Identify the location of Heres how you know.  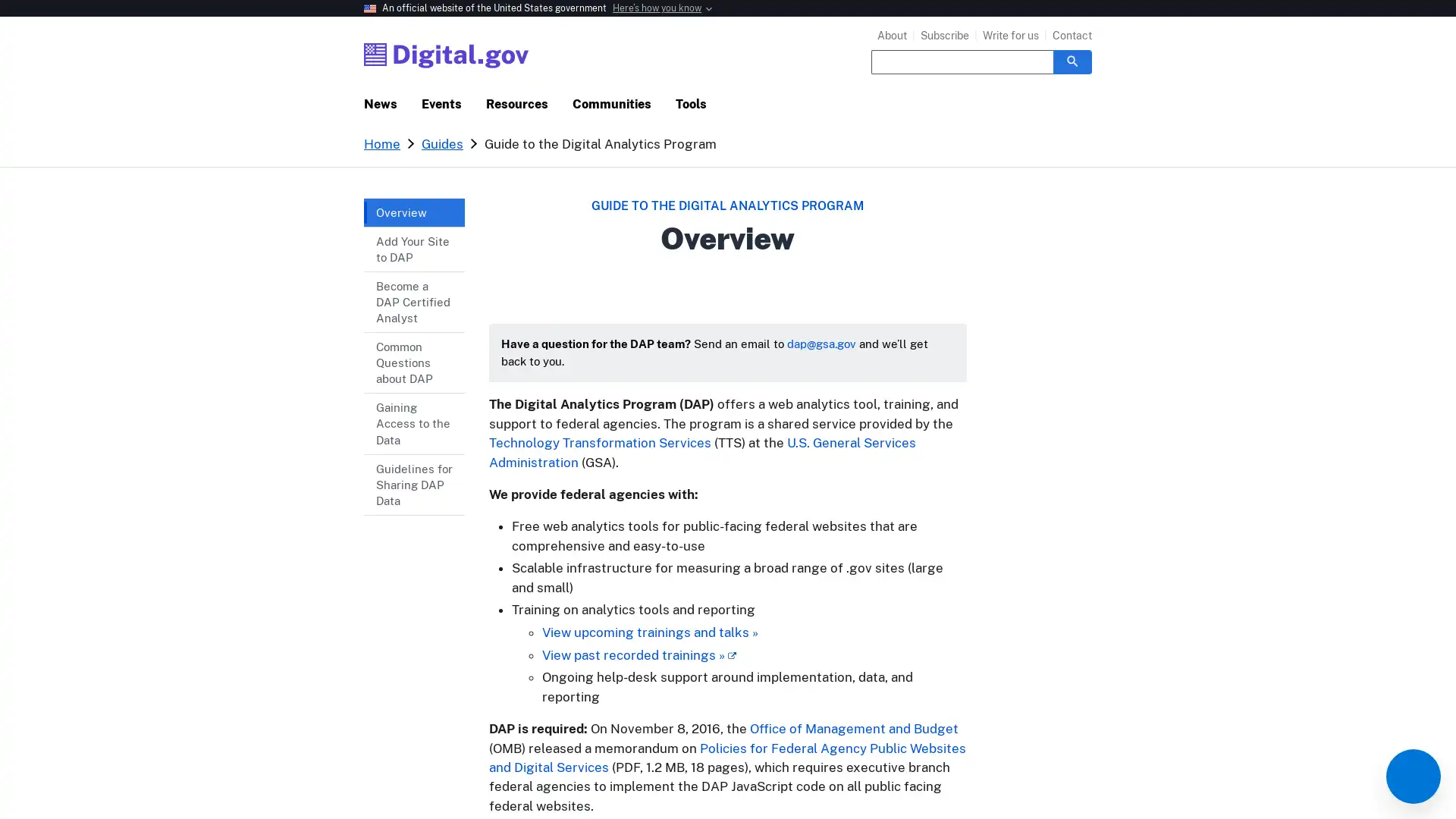
(657, 8).